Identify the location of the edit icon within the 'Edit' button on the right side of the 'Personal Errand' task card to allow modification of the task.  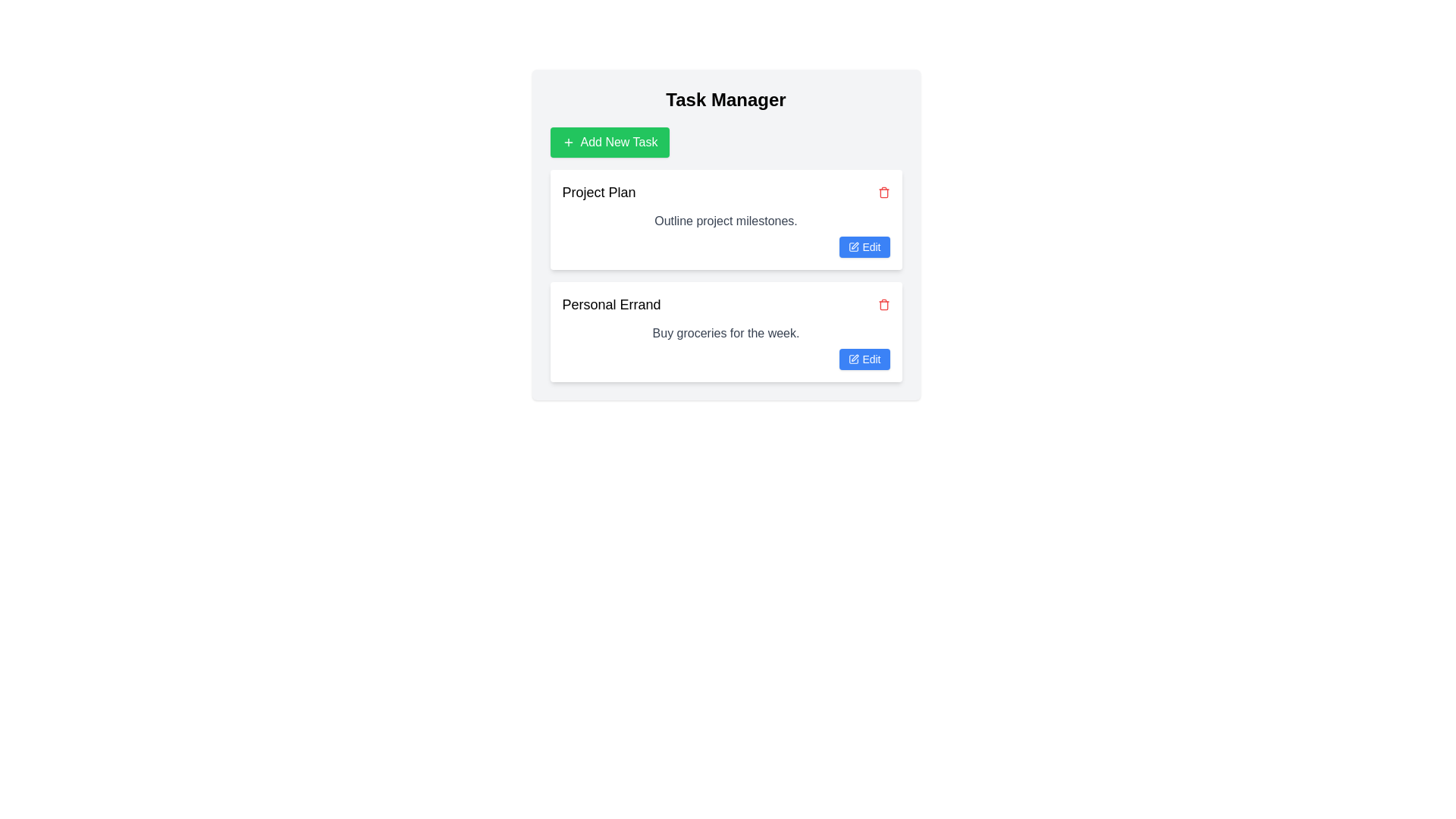
(854, 359).